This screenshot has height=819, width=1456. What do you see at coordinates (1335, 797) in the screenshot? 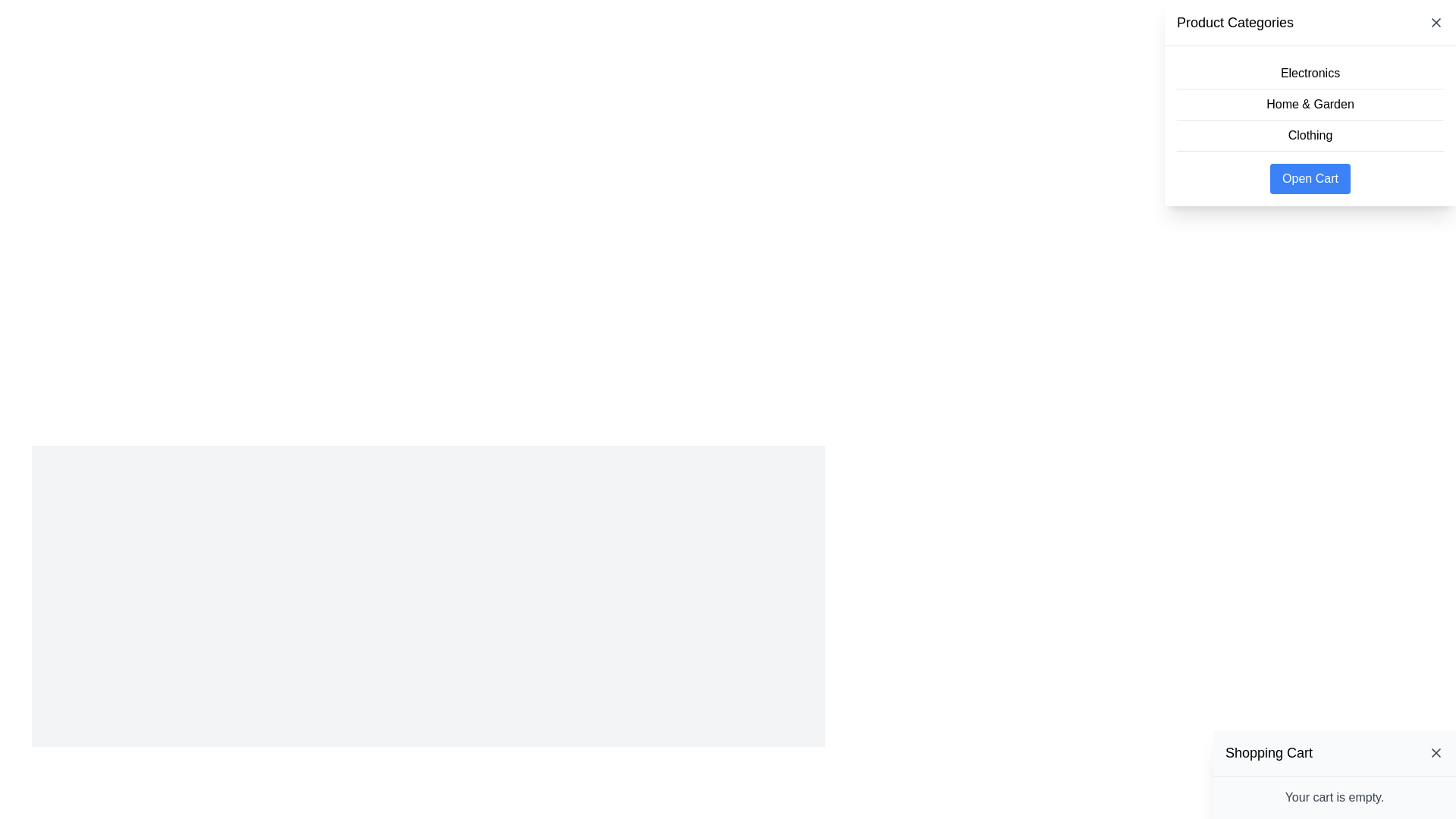
I see `the static informational text indicating that the shopping cart is empty, located at the bottom right of the 'Shopping Cart' section` at bounding box center [1335, 797].